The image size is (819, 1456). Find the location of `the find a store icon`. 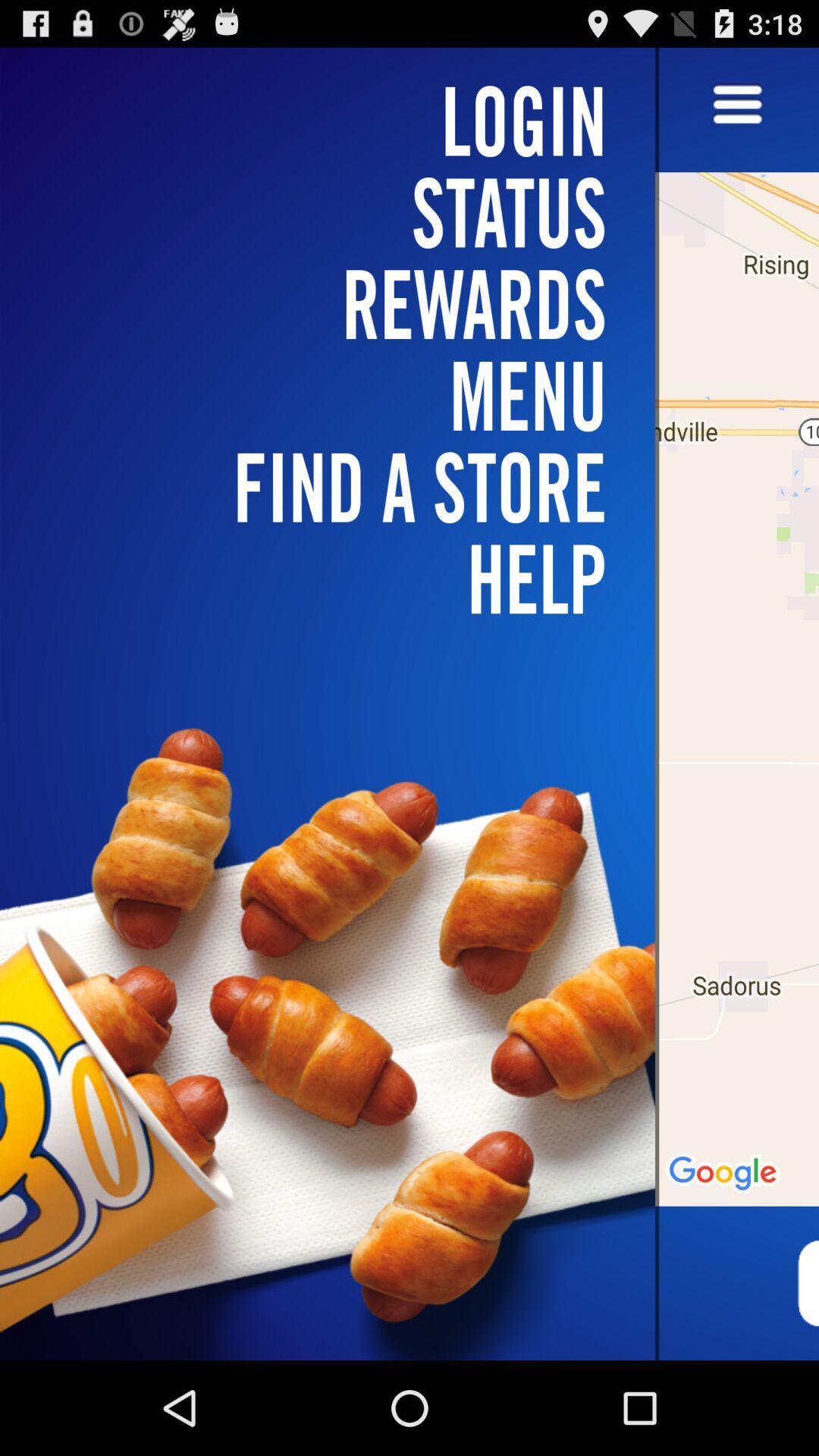

the find a store icon is located at coordinates (336, 487).